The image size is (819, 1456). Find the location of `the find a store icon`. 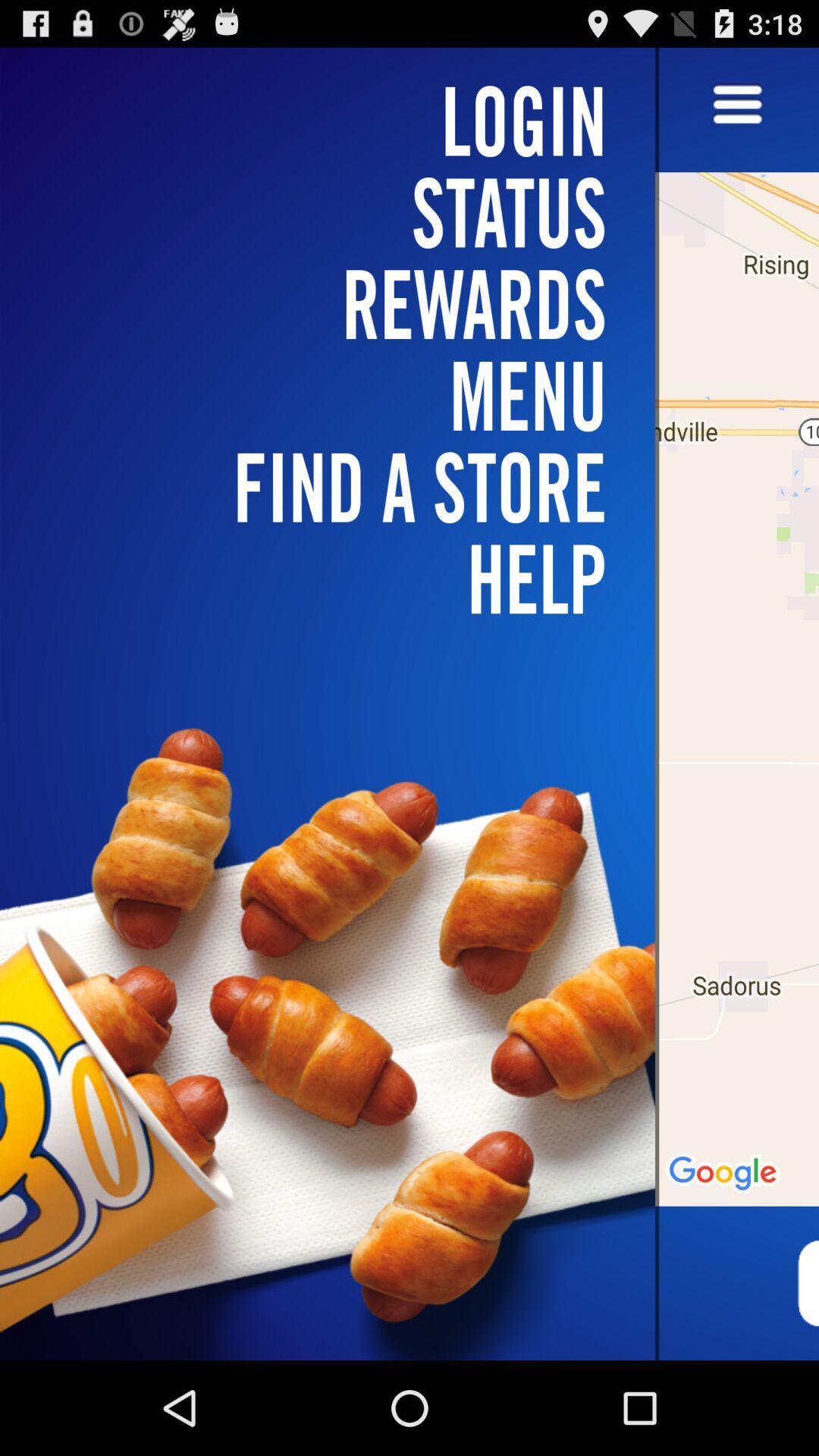

the find a store icon is located at coordinates (336, 487).